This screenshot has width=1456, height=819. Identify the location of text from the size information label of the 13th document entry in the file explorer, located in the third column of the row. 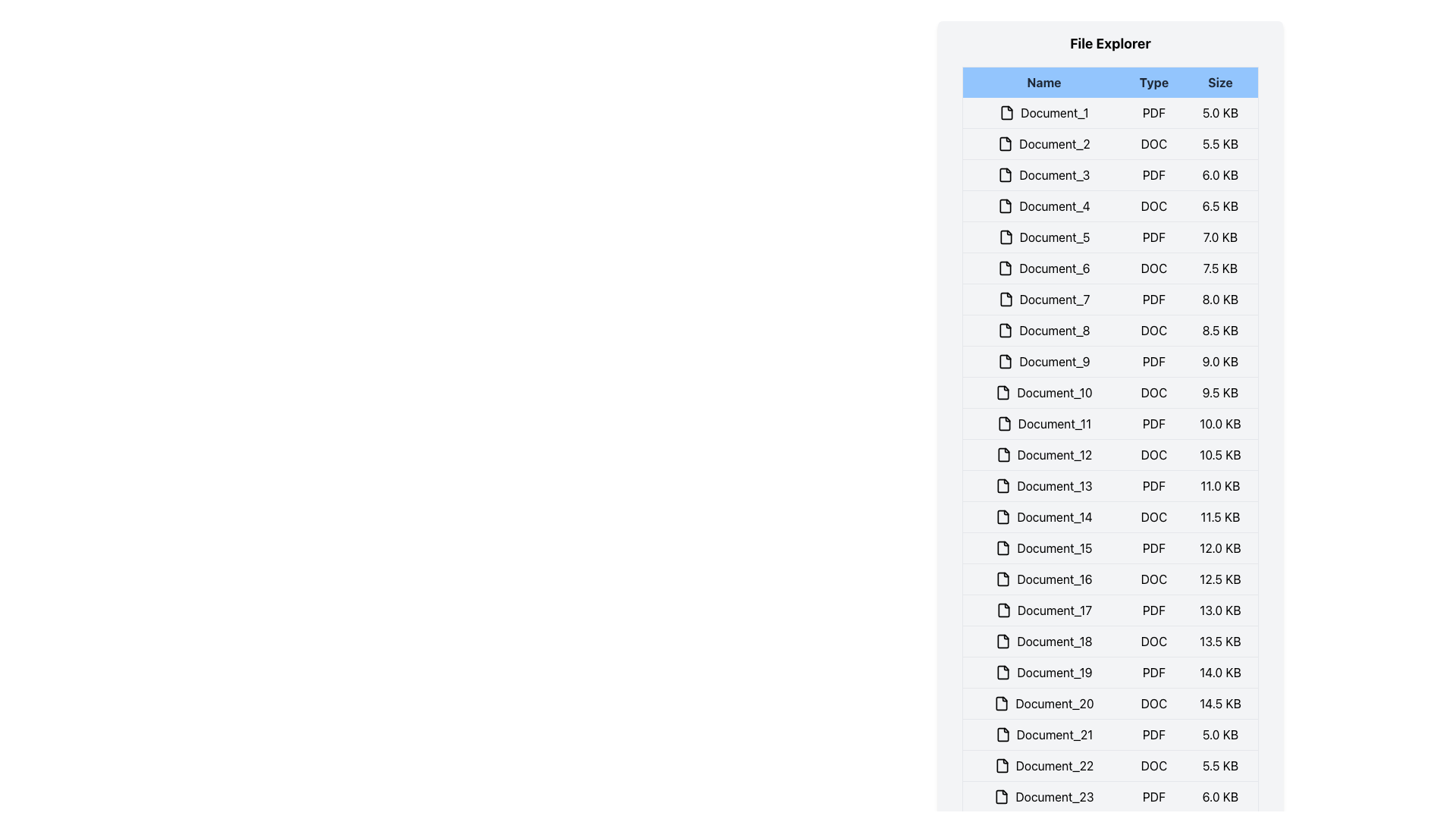
(1220, 485).